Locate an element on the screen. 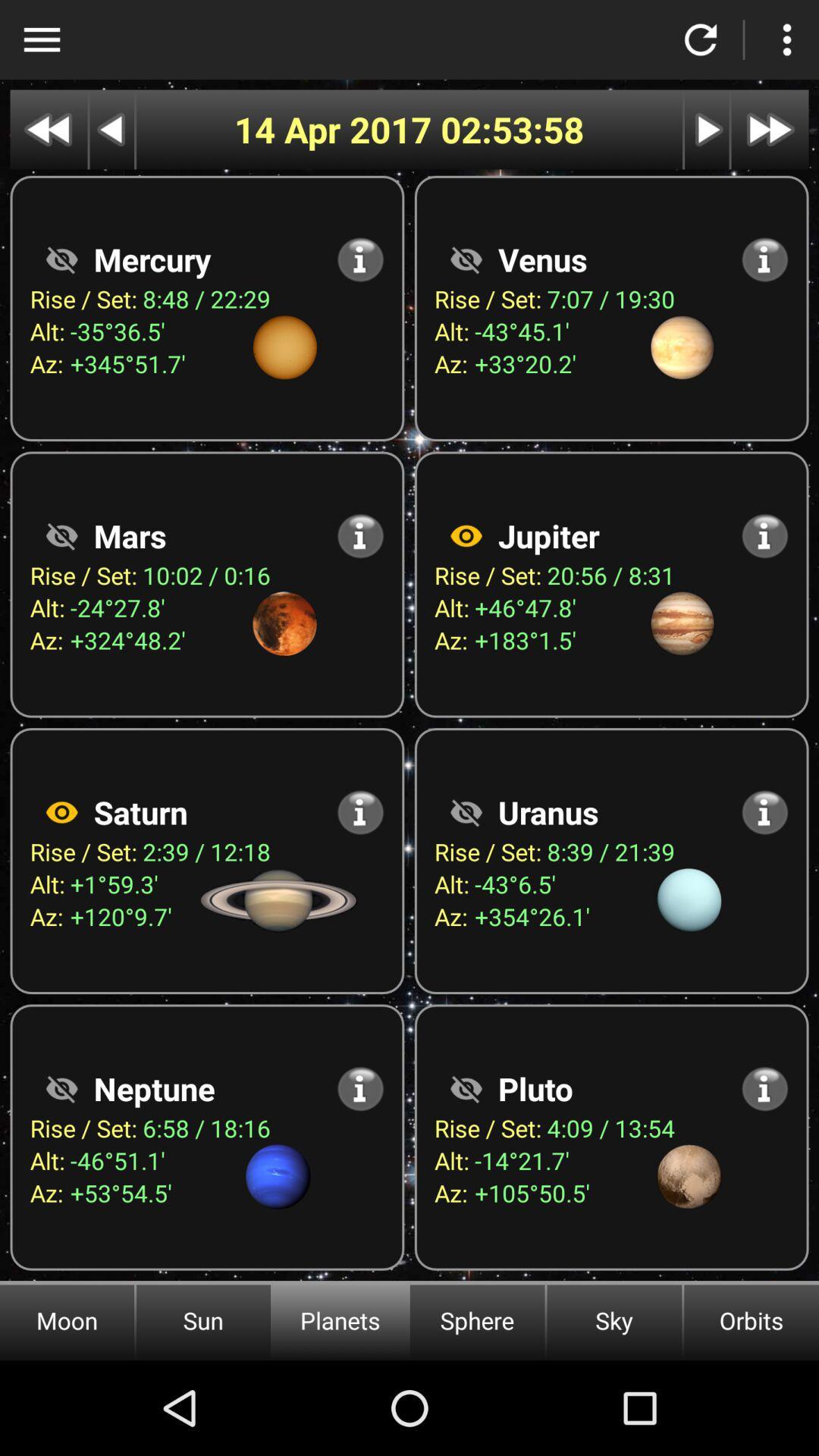 The width and height of the screenshot is (819, 1456). more information is located at coordinates (360, 1087).